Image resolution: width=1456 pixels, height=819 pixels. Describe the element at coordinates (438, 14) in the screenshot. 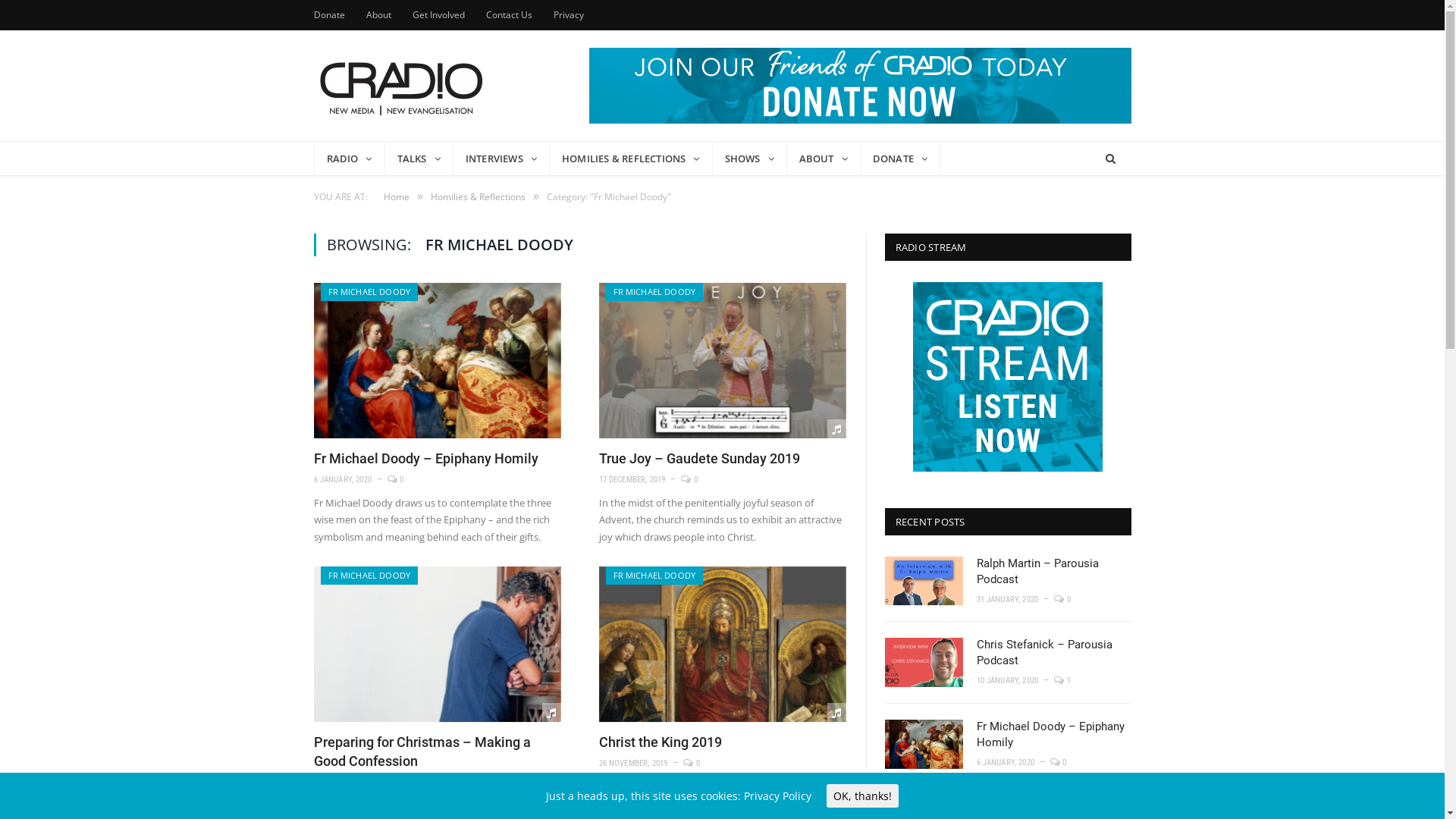

I see `'Get Involved'` at that location.